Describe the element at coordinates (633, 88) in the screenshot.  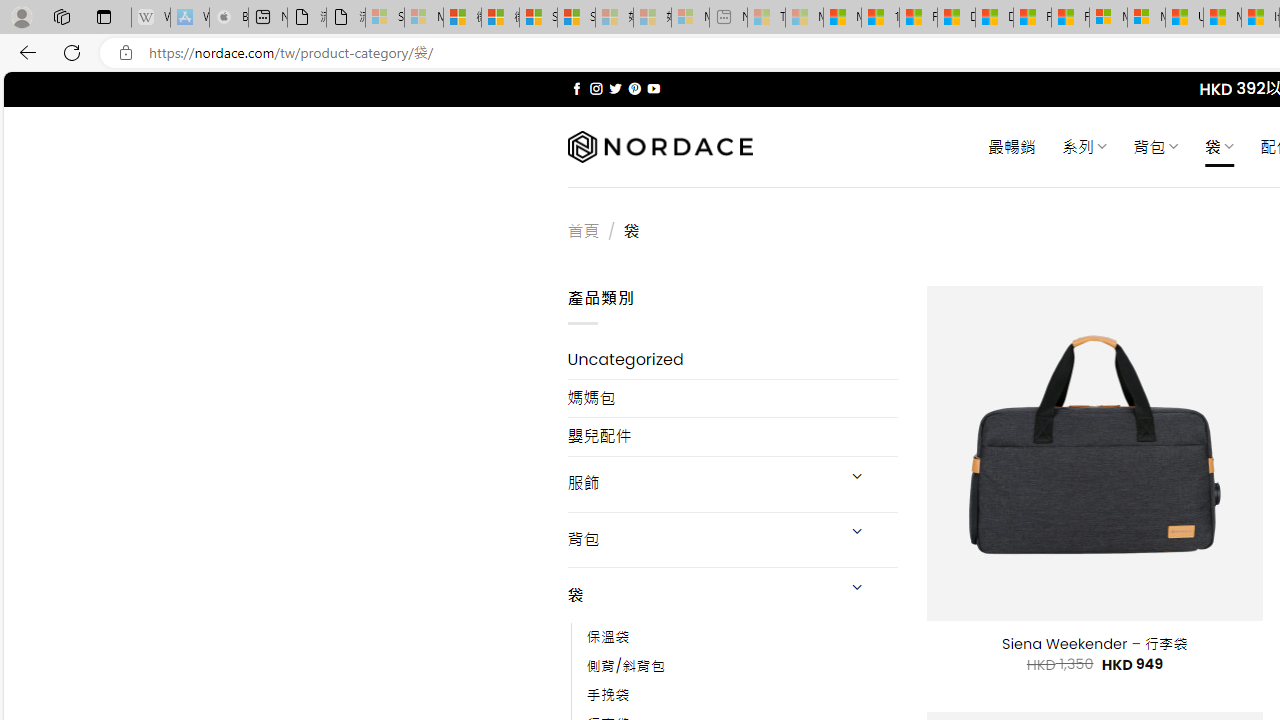
I see `'Follow on Pinterest'` at that location.